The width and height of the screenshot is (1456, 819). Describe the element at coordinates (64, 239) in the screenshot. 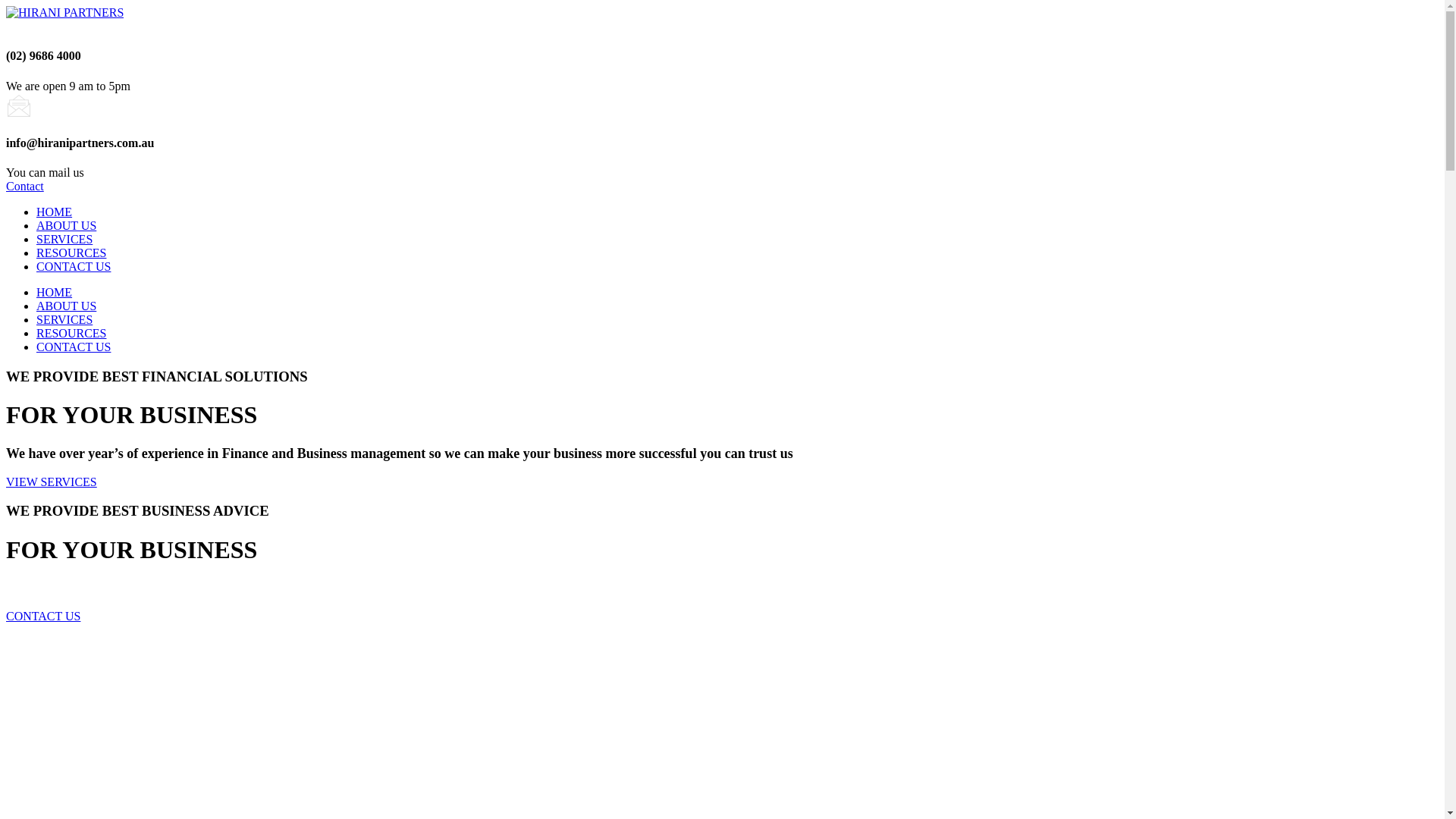

I see `'SERVICES'` at that location.